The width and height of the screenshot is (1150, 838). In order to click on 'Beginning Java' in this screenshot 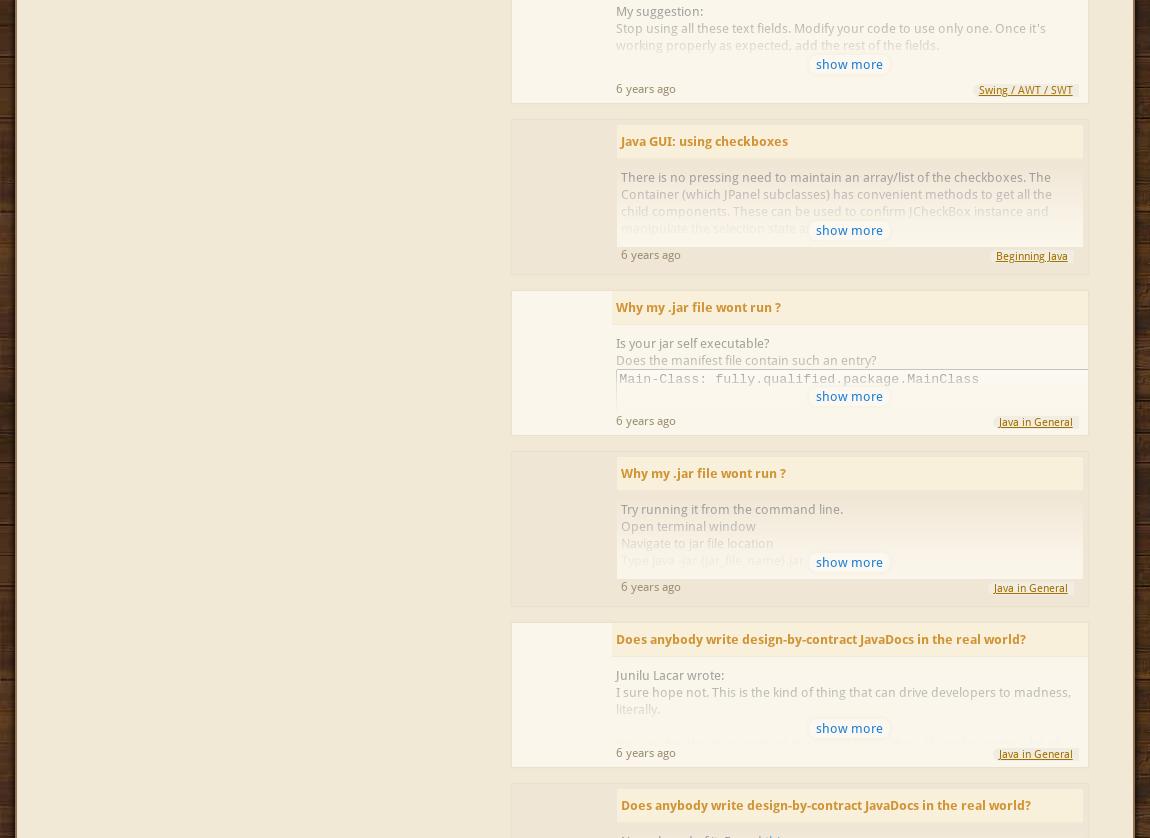, I will do `click(994, 255)`.